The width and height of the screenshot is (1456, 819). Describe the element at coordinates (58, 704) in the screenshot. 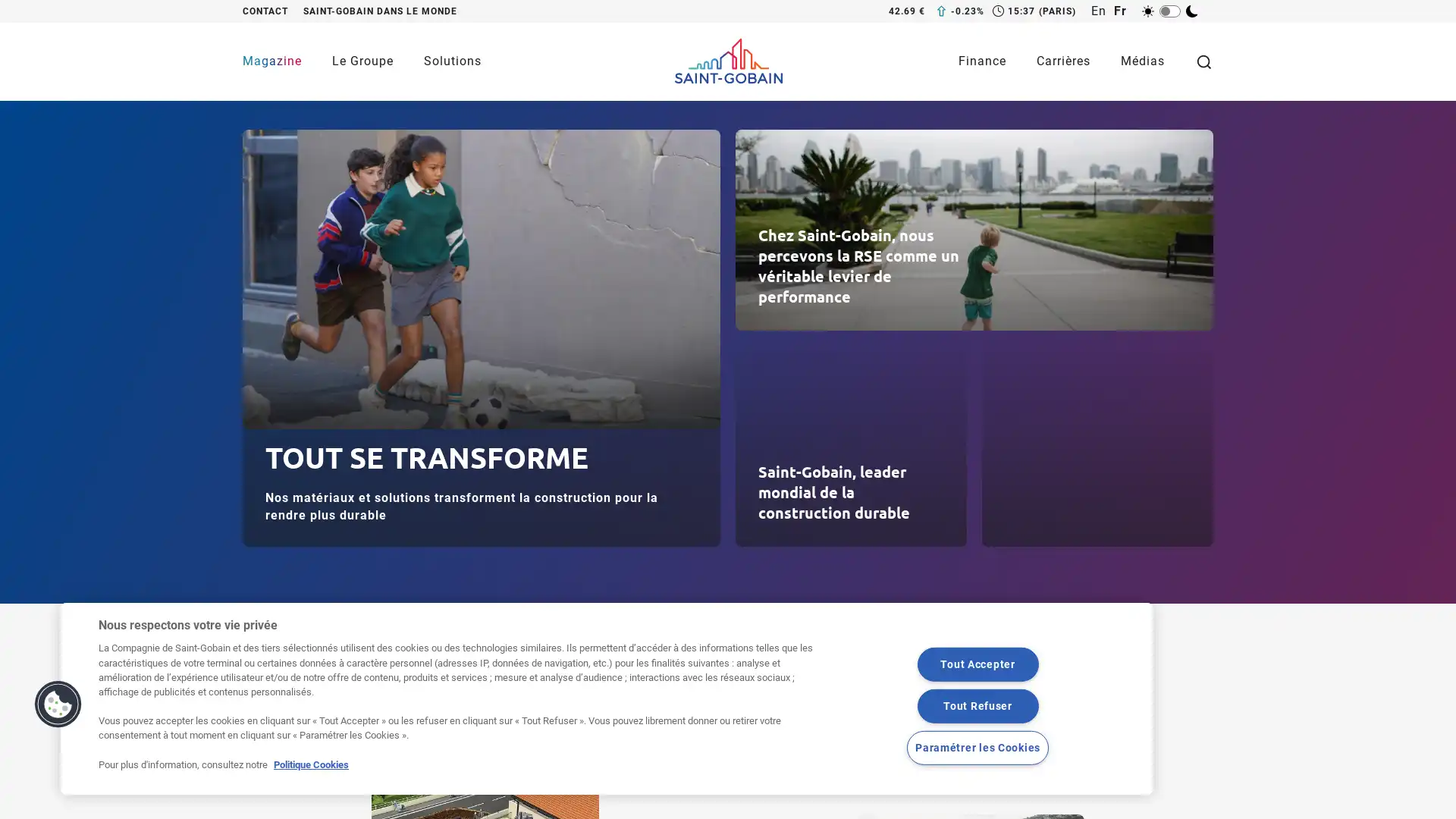

I see `Cookies` at that location.